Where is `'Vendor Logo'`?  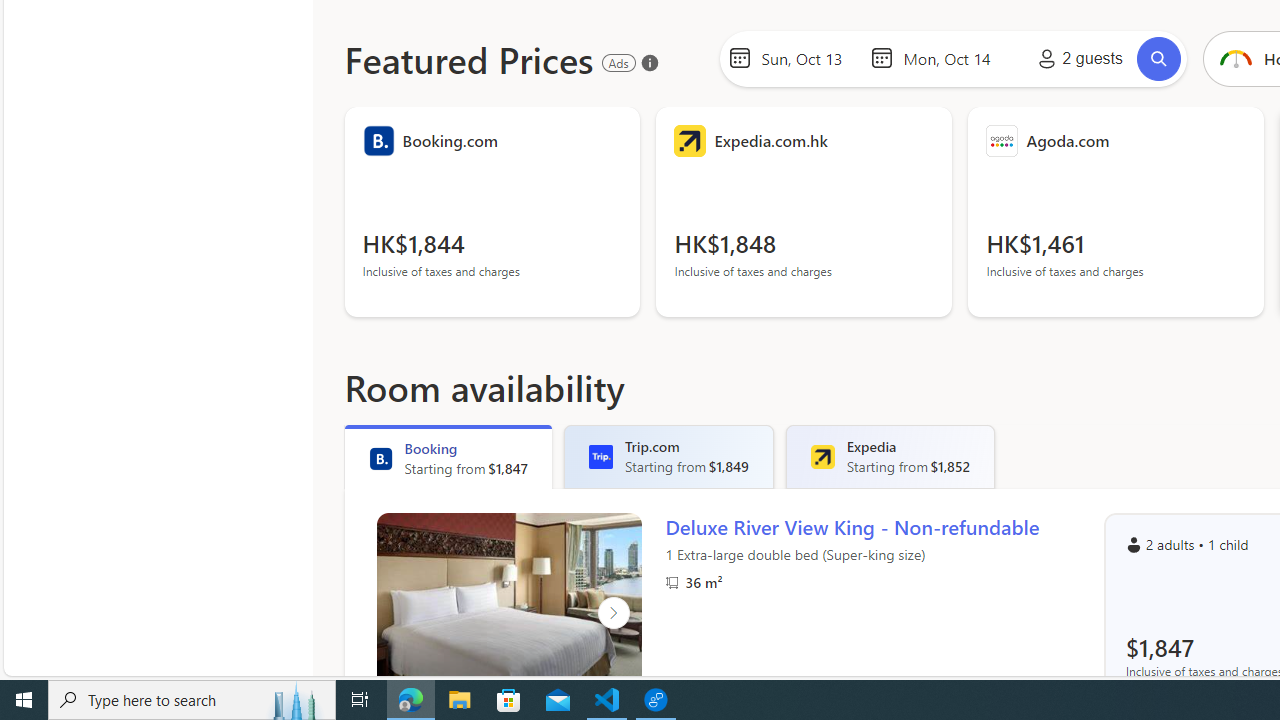 'Vendor Logo' is located at coordinates (1002, 140).